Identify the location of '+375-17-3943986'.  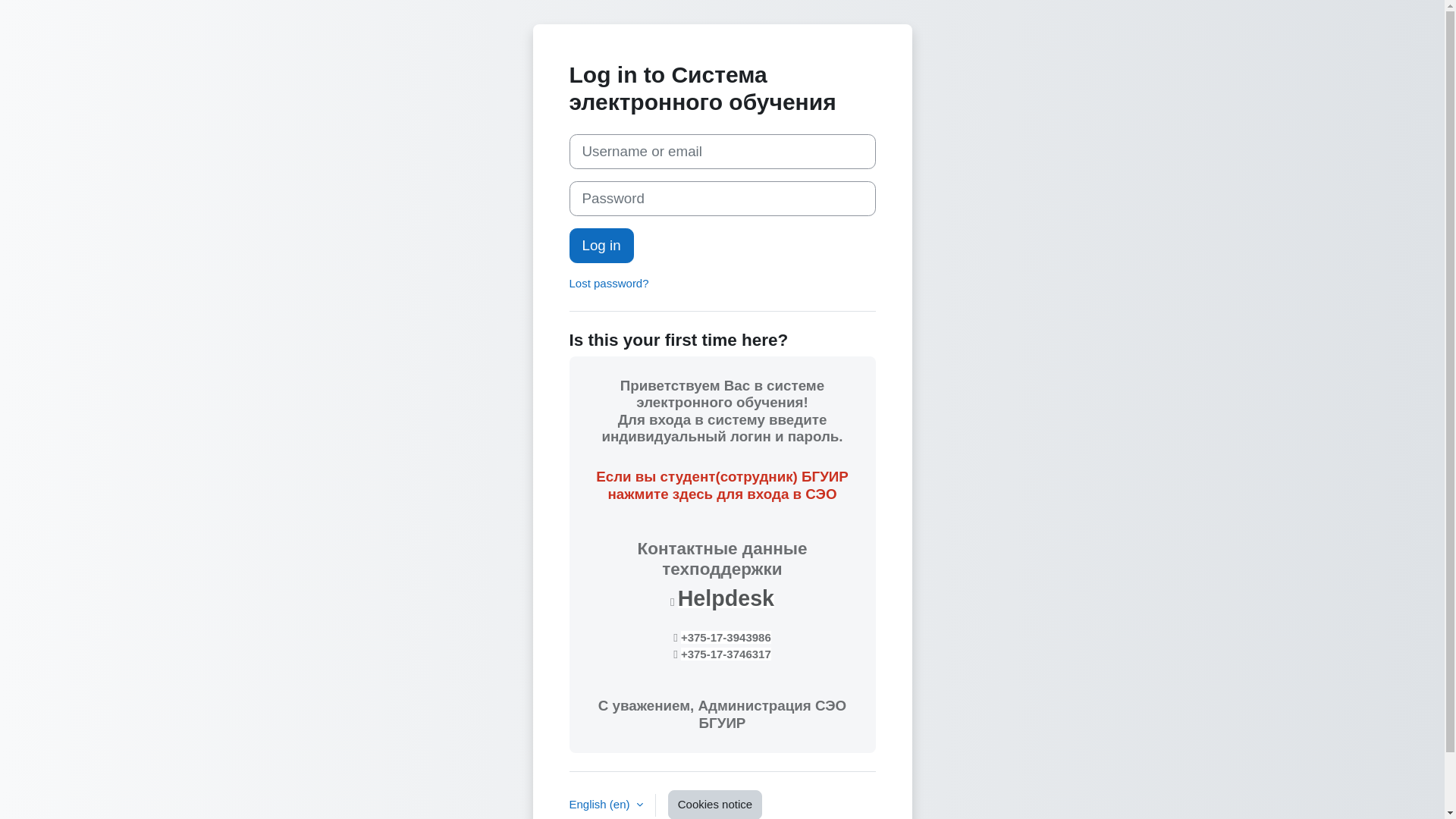
(725, 637).